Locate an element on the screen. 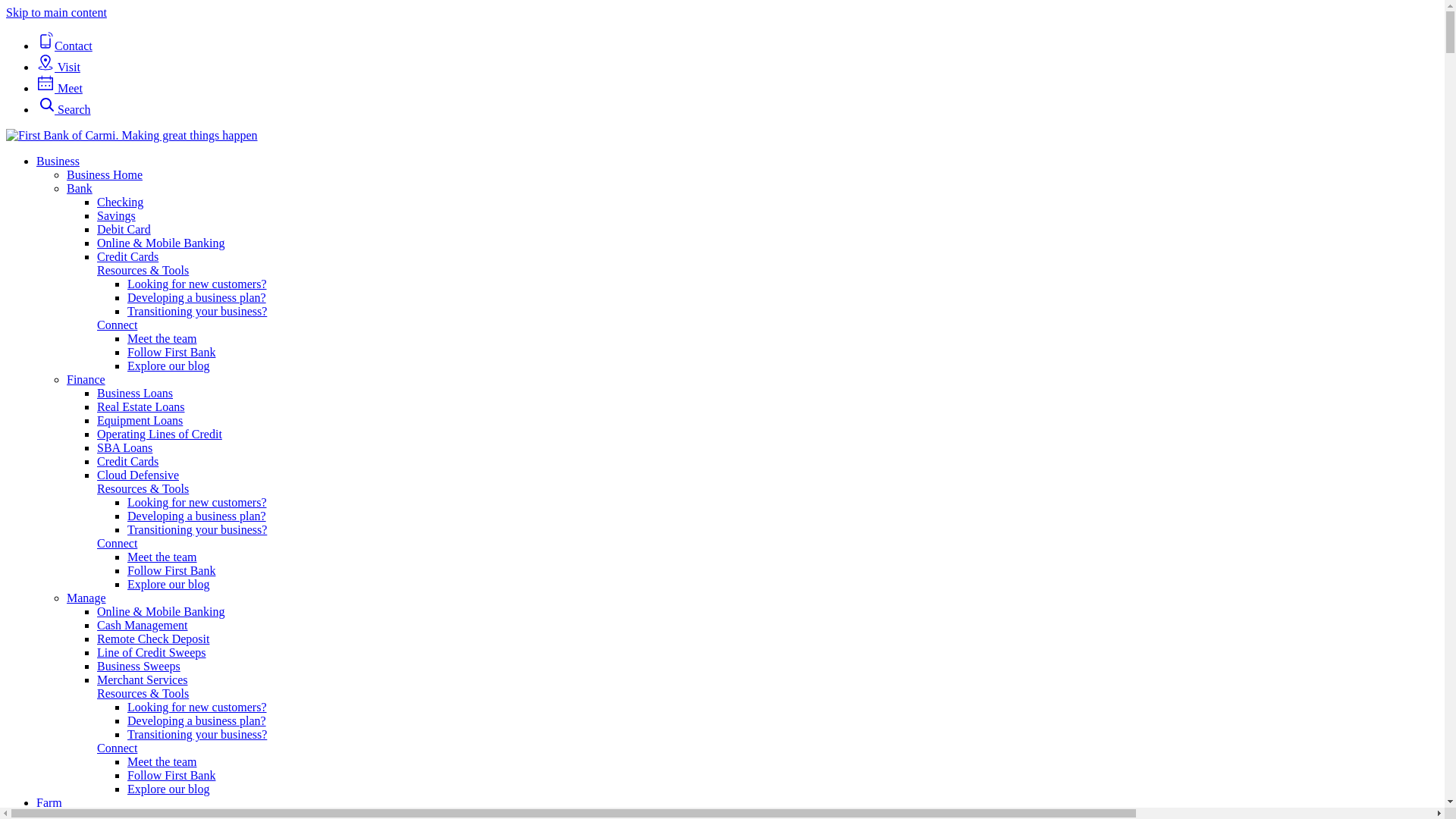 The image size is (1456, 819). 'Meet the team' is located at coordinates (162, 761).